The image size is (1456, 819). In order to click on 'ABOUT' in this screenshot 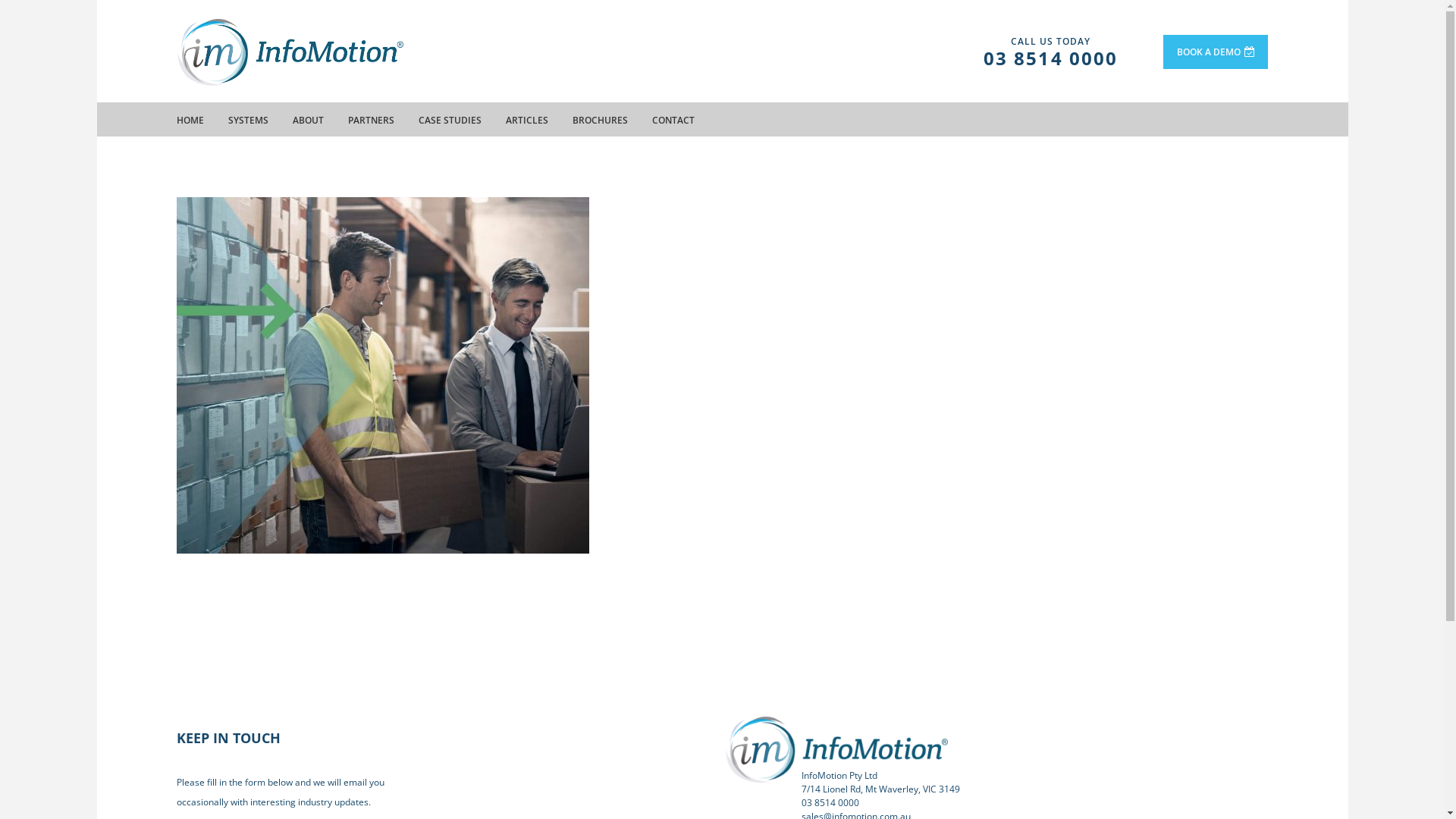, I will do `click(292, 119)`.